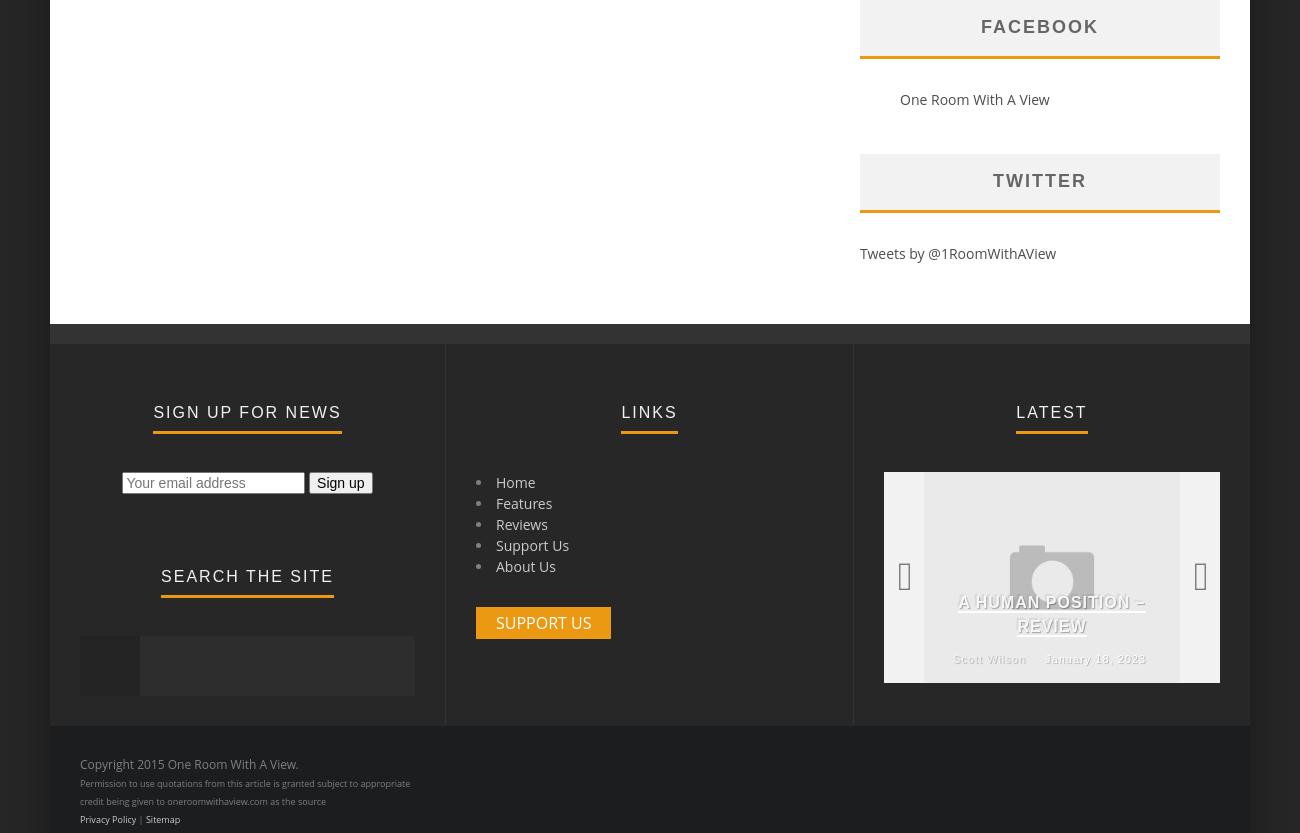 The height and width of the screenshot is (833, 1300). I want to click on 'SUPPORT US', so click(542, 623).